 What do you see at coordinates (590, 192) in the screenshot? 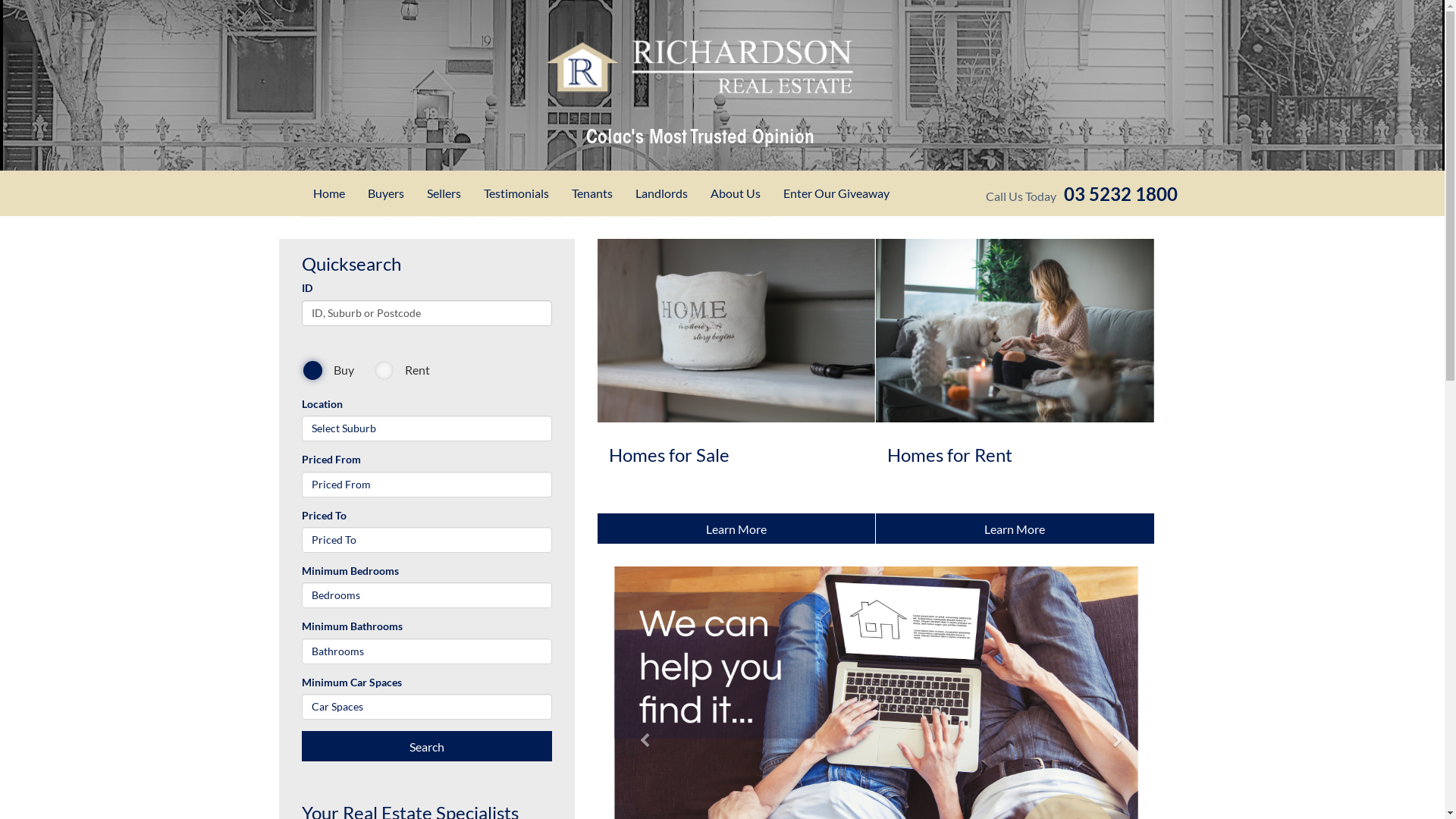
I see `'Tenants'` at bounding box center [590, 192].